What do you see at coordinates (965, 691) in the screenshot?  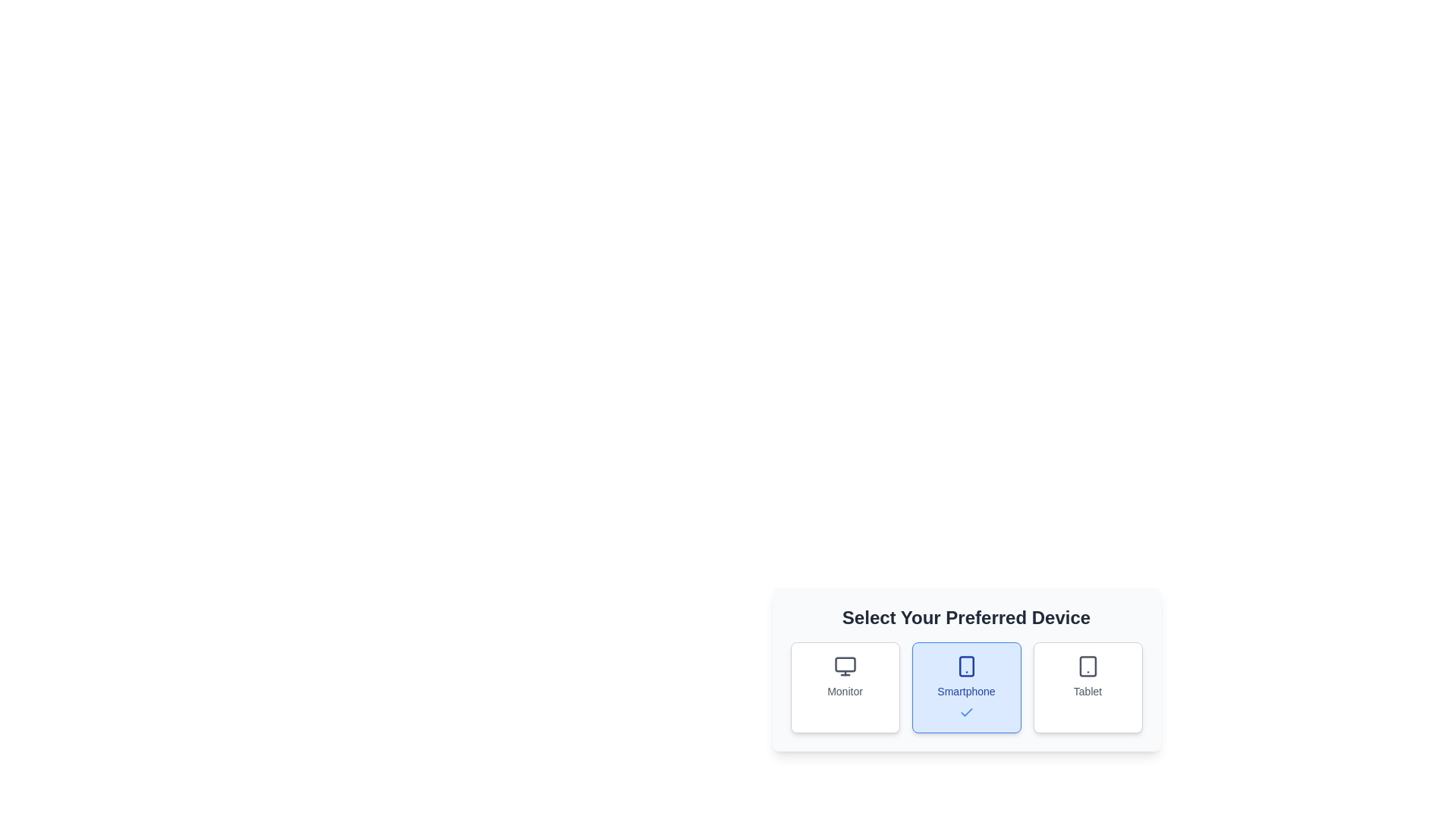 I see `the text 'Smartphone' in the highlighted card with a blue border and background, which is the second option among 'Monitor,' 'Smartphone,' and 'Tablet.'` at bounding box center [965, 691].